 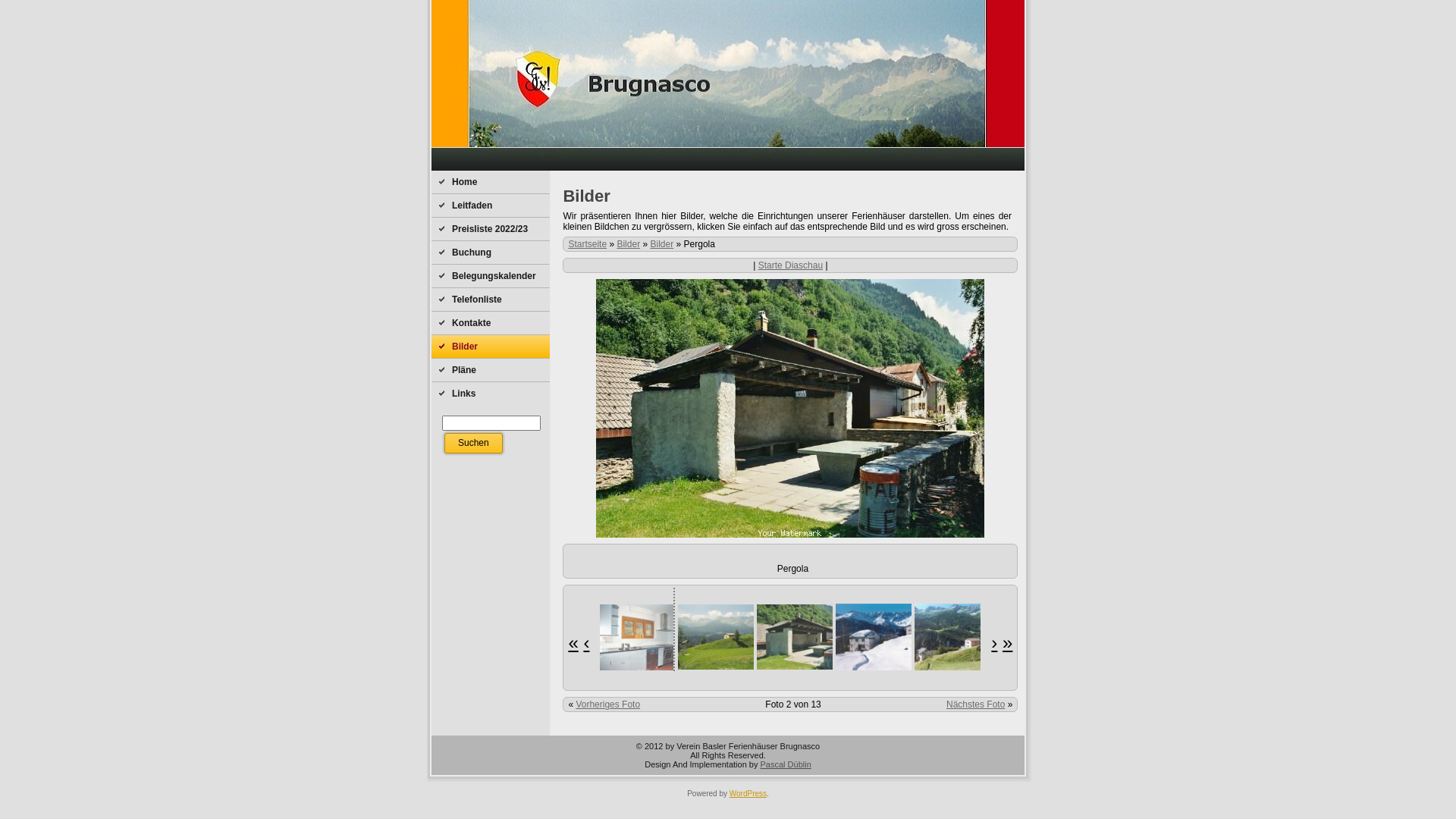 I want to click on 'Telefonliste', so click(x=491, y=299).